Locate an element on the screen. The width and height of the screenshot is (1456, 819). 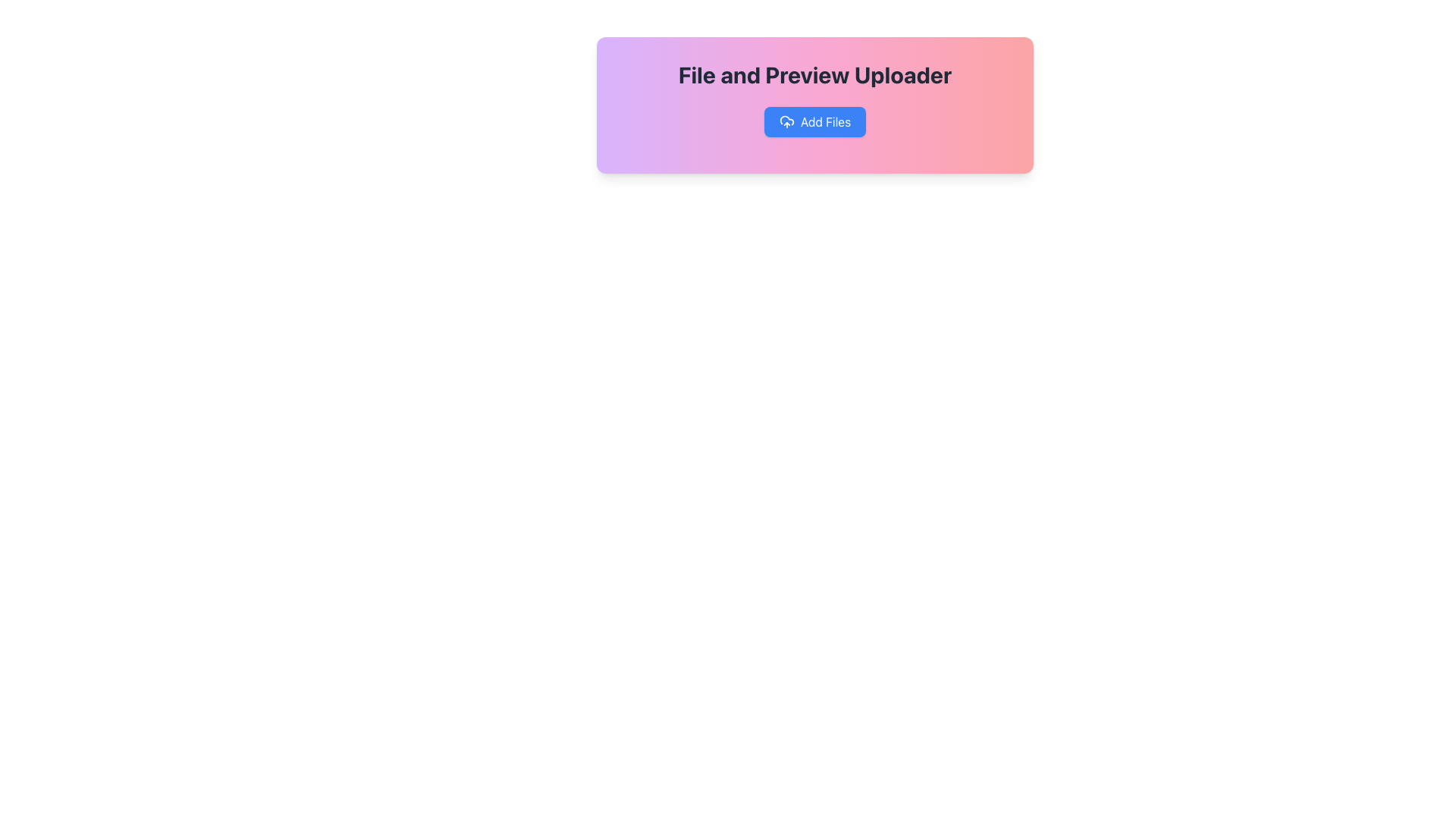
the 'Add Files' button, which has a blue background and white text is located at coordinates (814, 121).